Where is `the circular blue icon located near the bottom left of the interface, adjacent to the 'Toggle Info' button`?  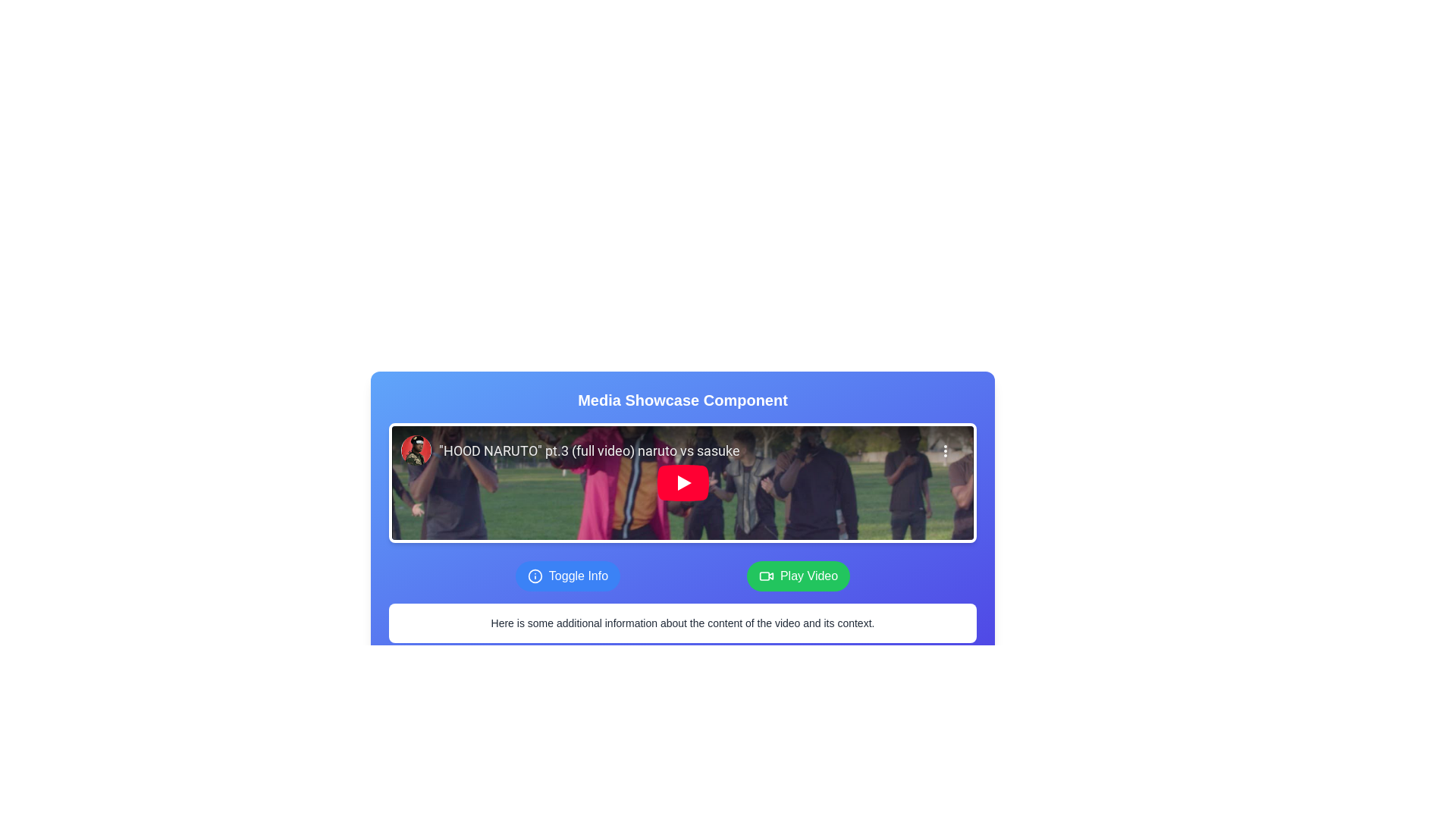 the circular blue icon located near the bottom left of the interface, adjacent to the 'Toggle Info' button is located at coordinates (535, 576).